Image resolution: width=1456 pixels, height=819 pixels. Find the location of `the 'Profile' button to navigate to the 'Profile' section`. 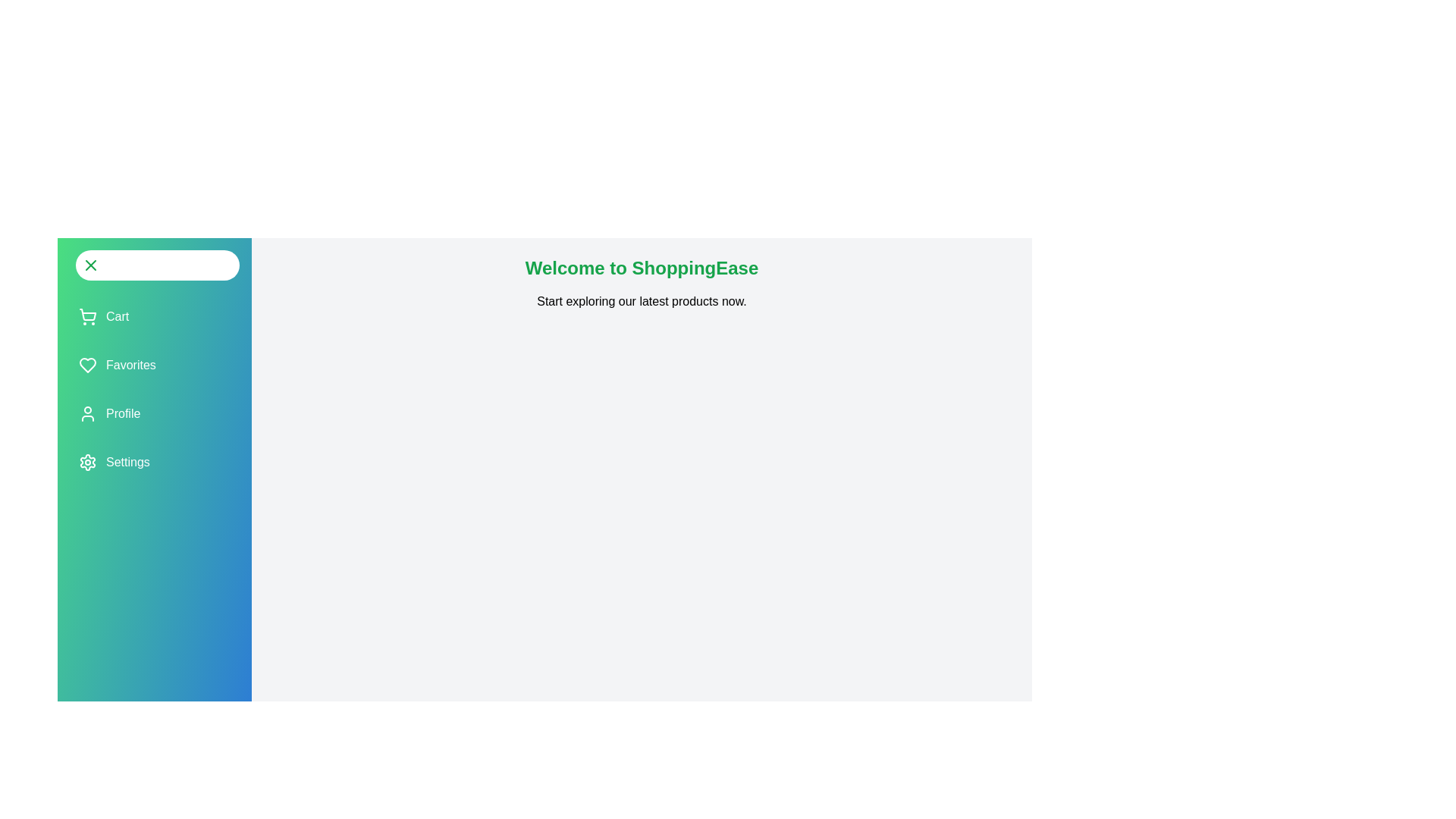

the 'Profile' button to navigate to the 'Profile' section is located at coordinates (108, 414).